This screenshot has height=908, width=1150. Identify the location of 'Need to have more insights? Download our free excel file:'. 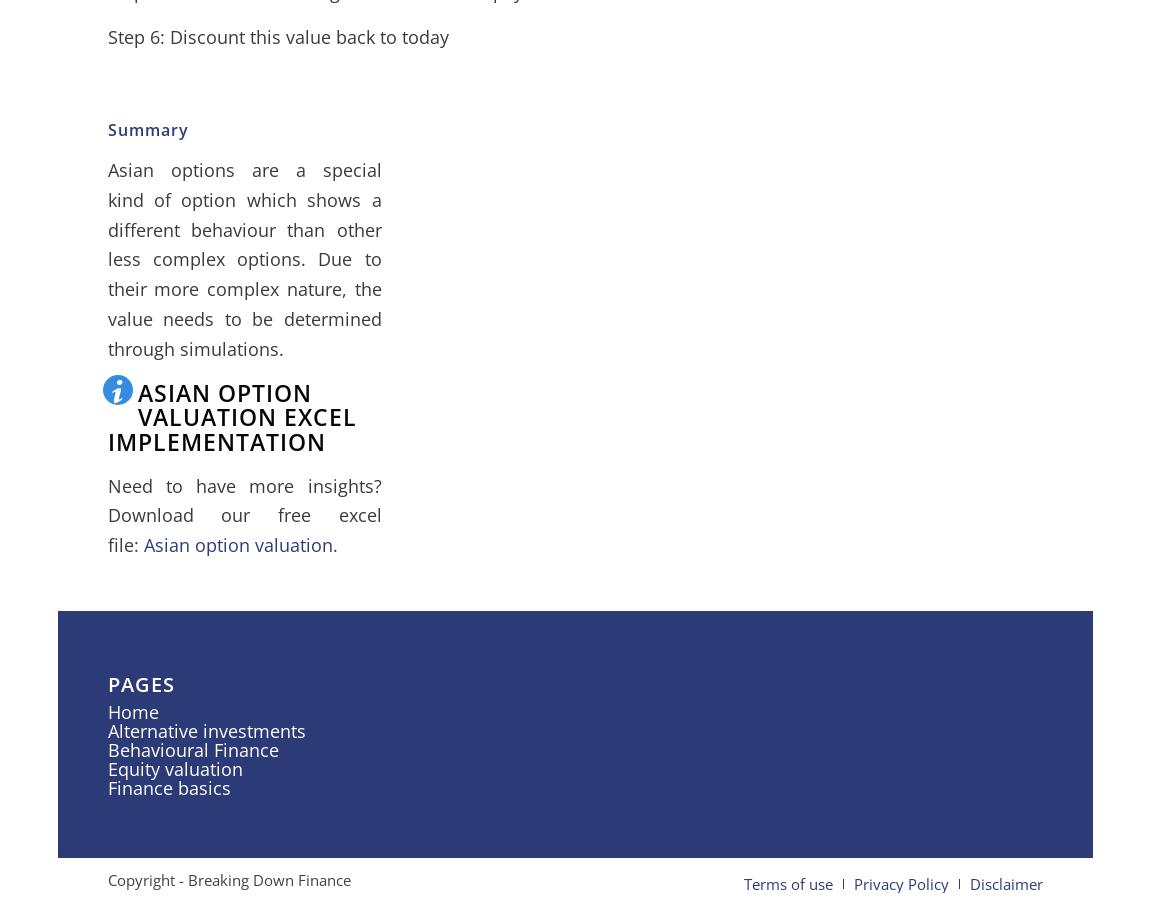
(243, 515).